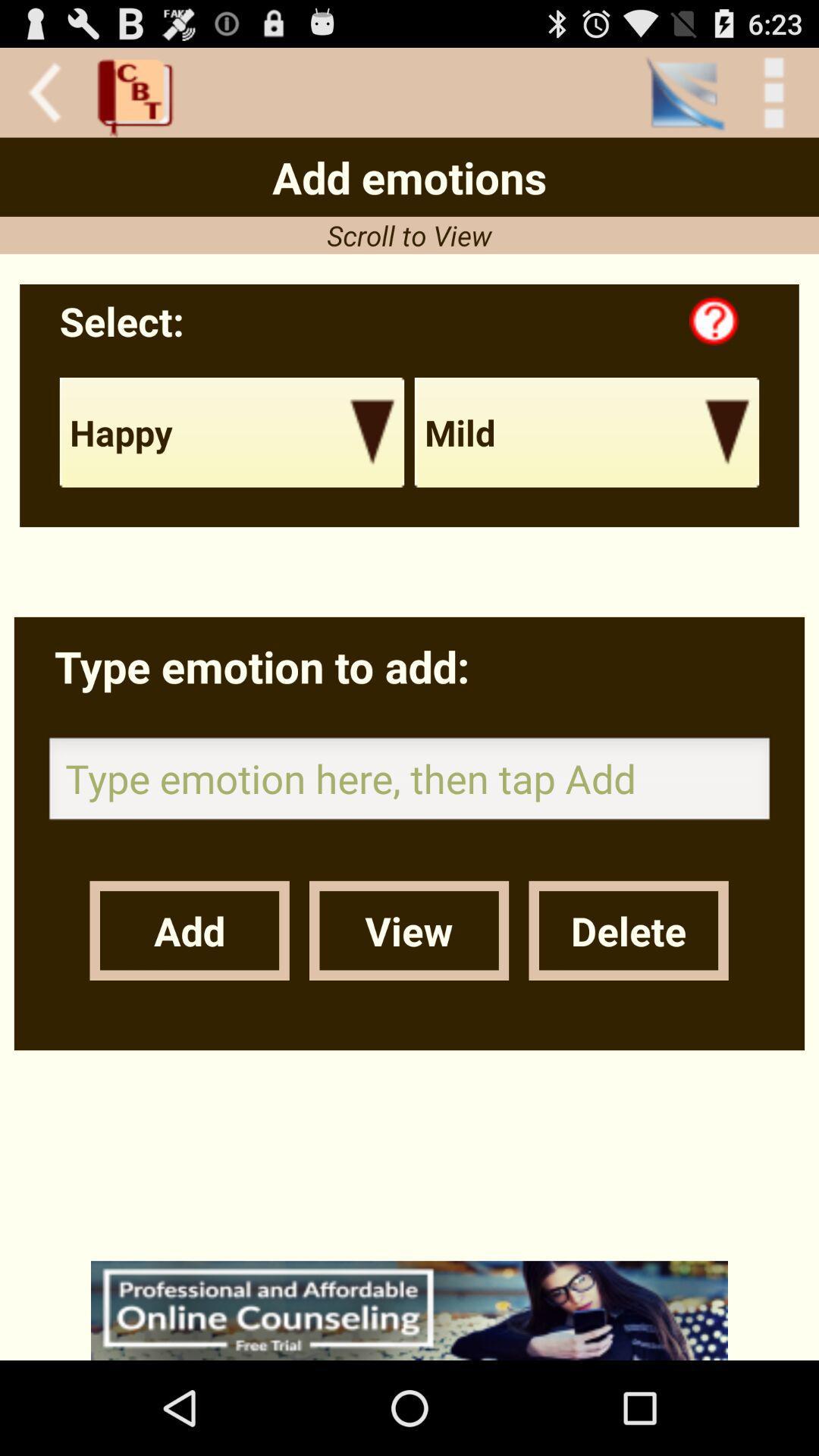  I want to click on this is an advertisement, so click(409, 1310).